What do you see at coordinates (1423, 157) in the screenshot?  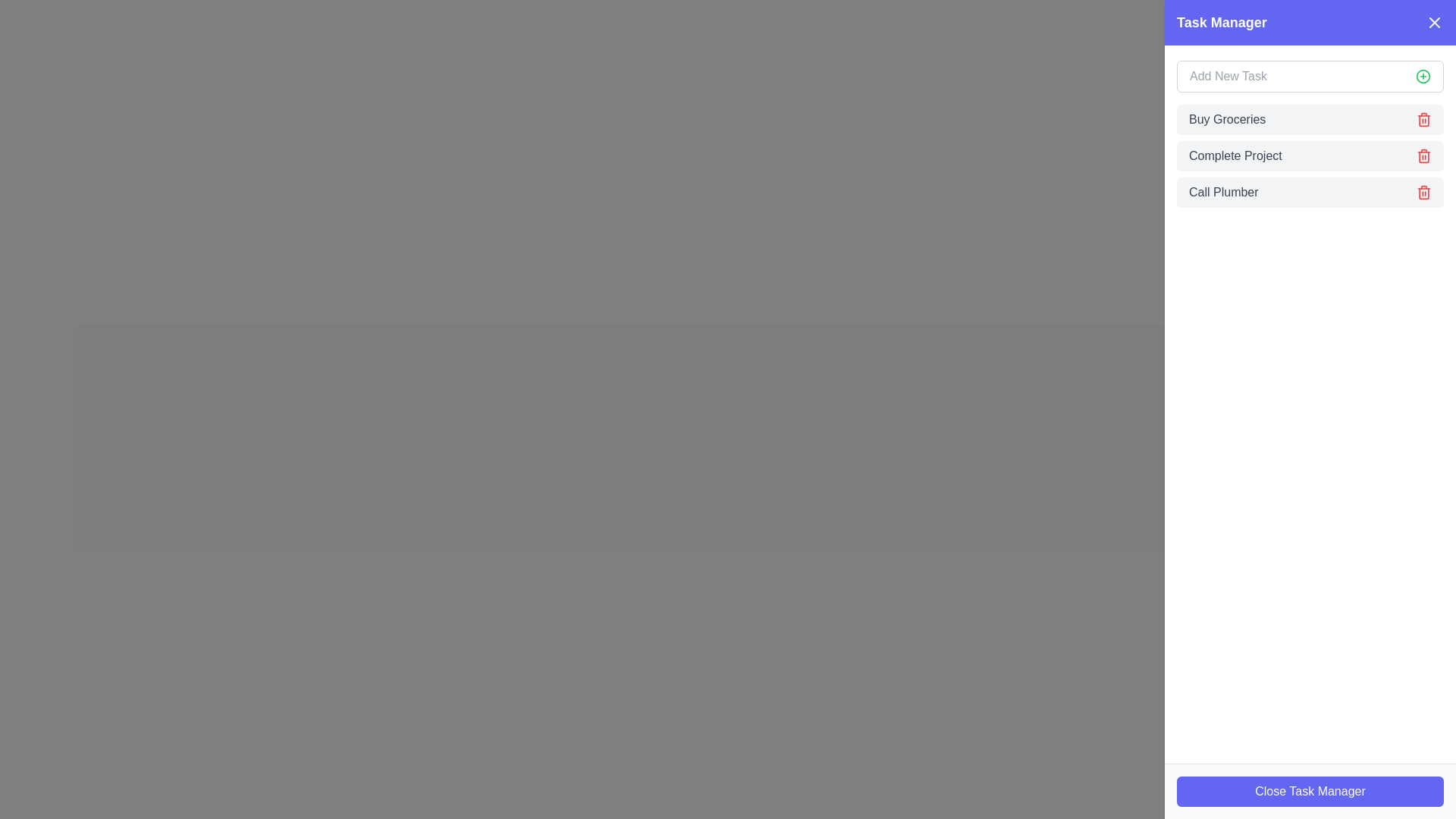 I see `the trash can icon, which has a red stroke and is located to the right of the 'Complete Project' task in the Task Manager interface, to initiate a delete action` at bounding box center [1423, 157].